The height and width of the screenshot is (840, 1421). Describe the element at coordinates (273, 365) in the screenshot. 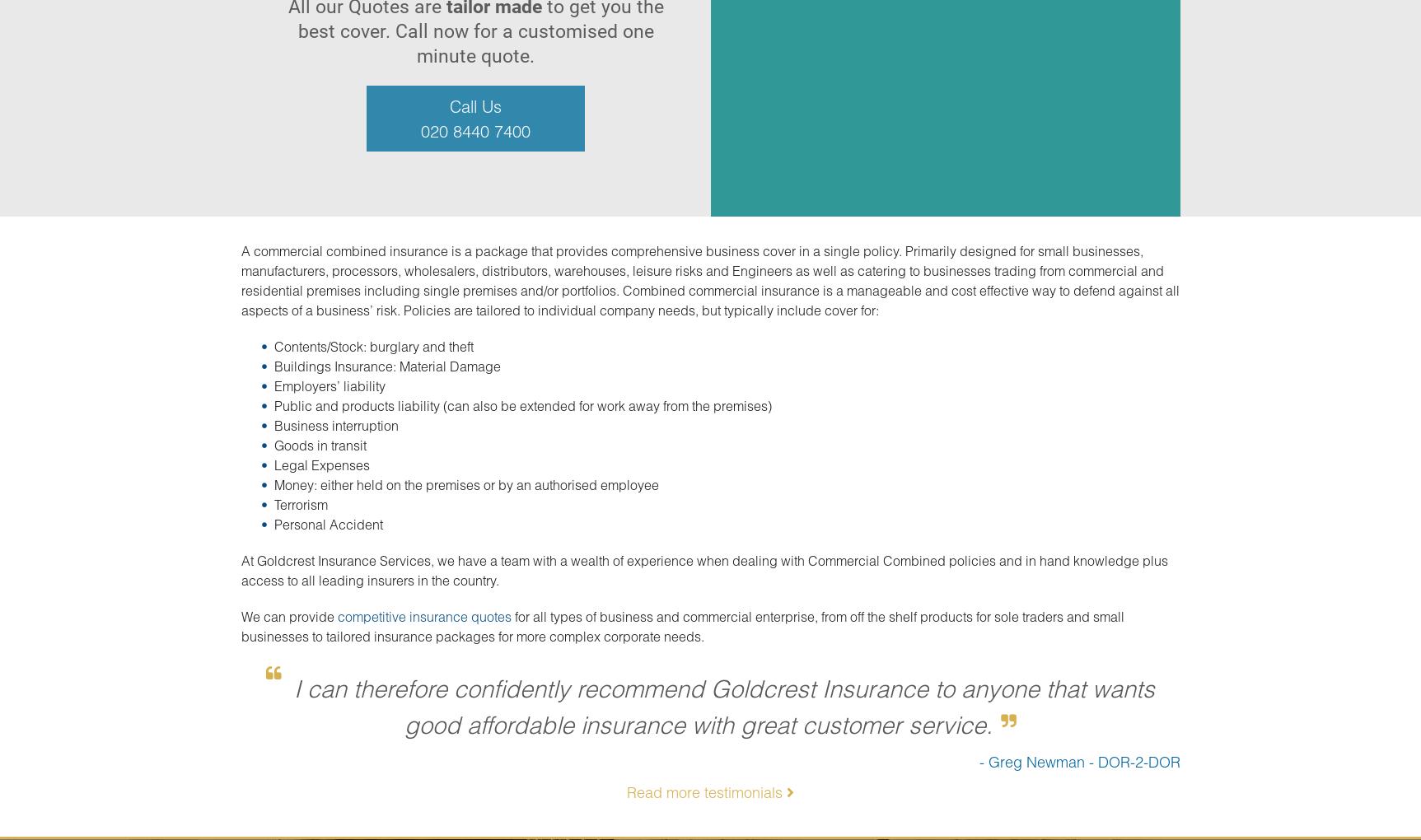

I see `'Buildings Insurance: Material Damage'` at that location.